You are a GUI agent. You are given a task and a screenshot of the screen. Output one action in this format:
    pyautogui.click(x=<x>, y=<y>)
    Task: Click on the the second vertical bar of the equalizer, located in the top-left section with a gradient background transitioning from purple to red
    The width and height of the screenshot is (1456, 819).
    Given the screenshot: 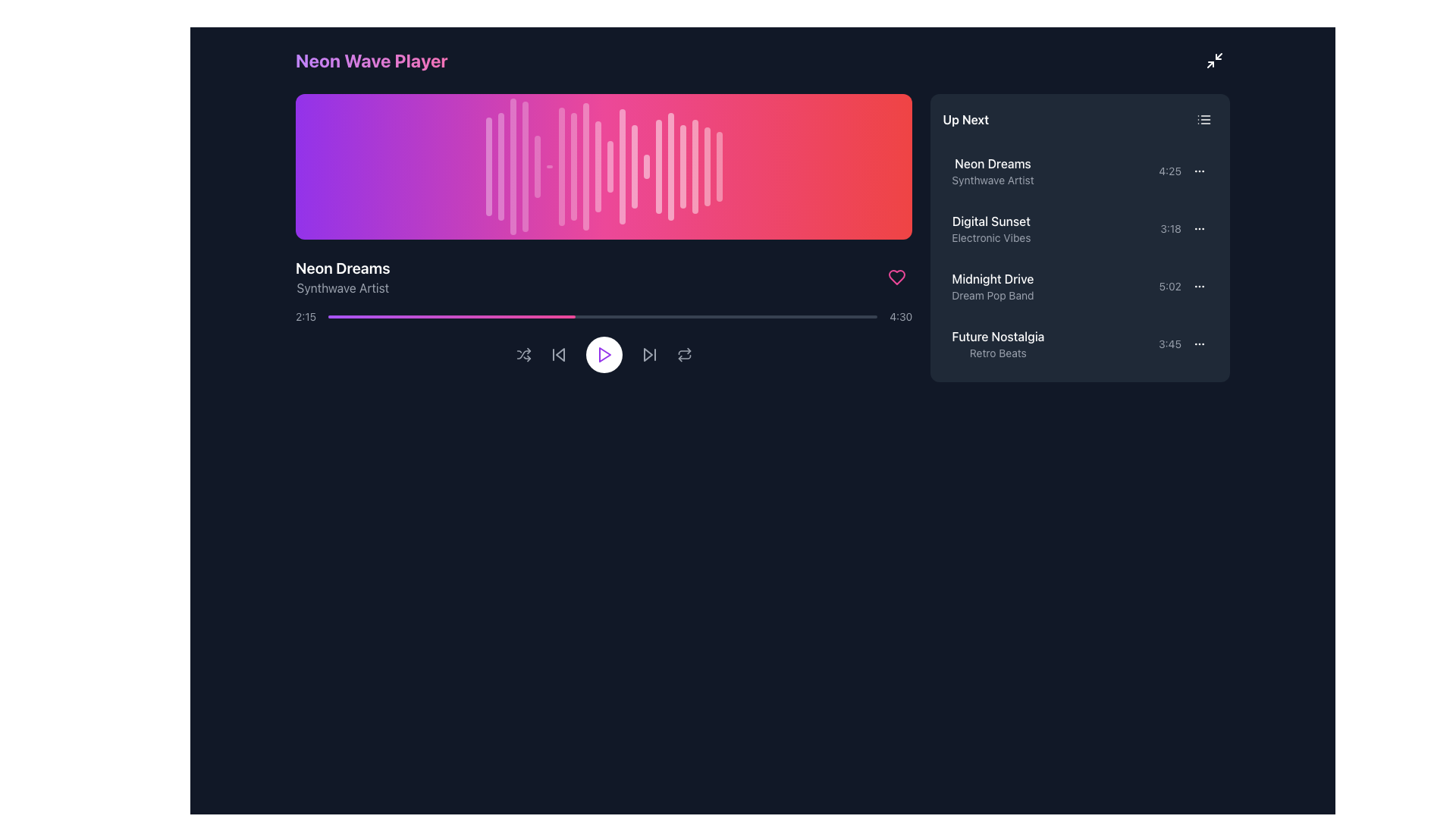 What is the action you would take?
    pyautogui.click(x=500, y=166)
    